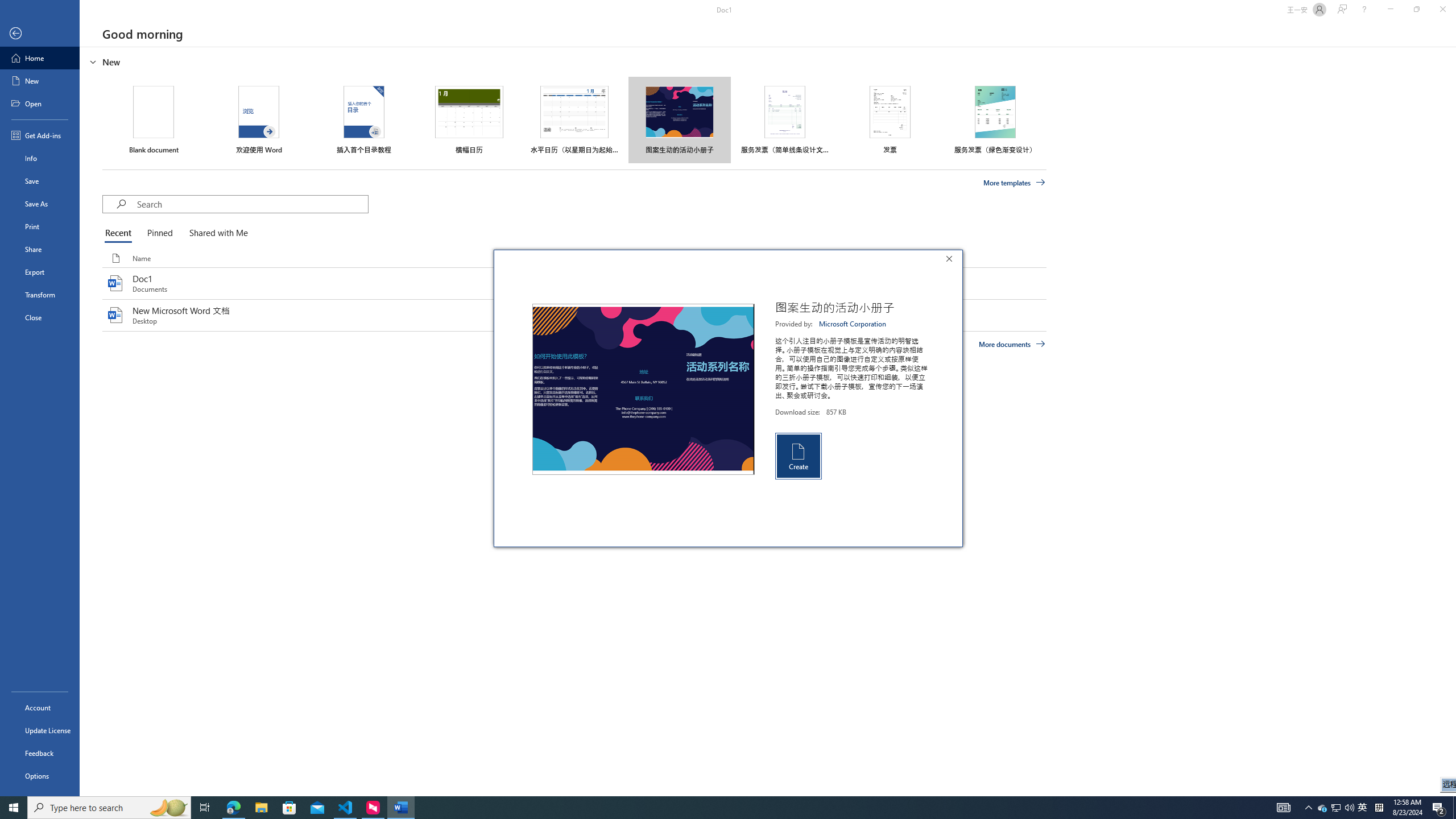 The width and height of the screenshot is (1456, 819). Describe the element at coordinates (39, 753) in the screenshot. I see `'Feedback'` at that location.